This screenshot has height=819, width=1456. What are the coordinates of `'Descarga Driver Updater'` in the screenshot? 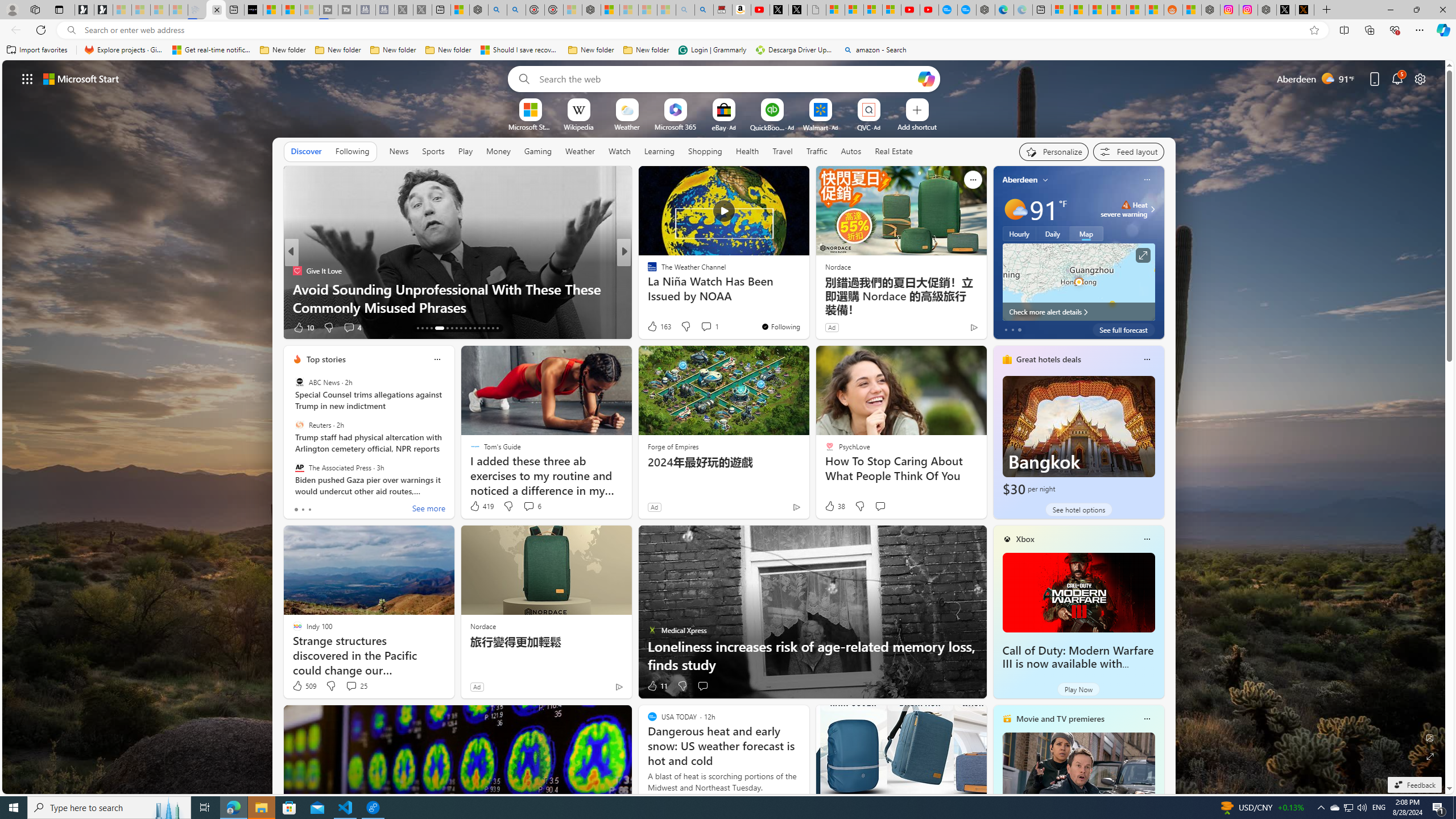 It's located at (795, 49).